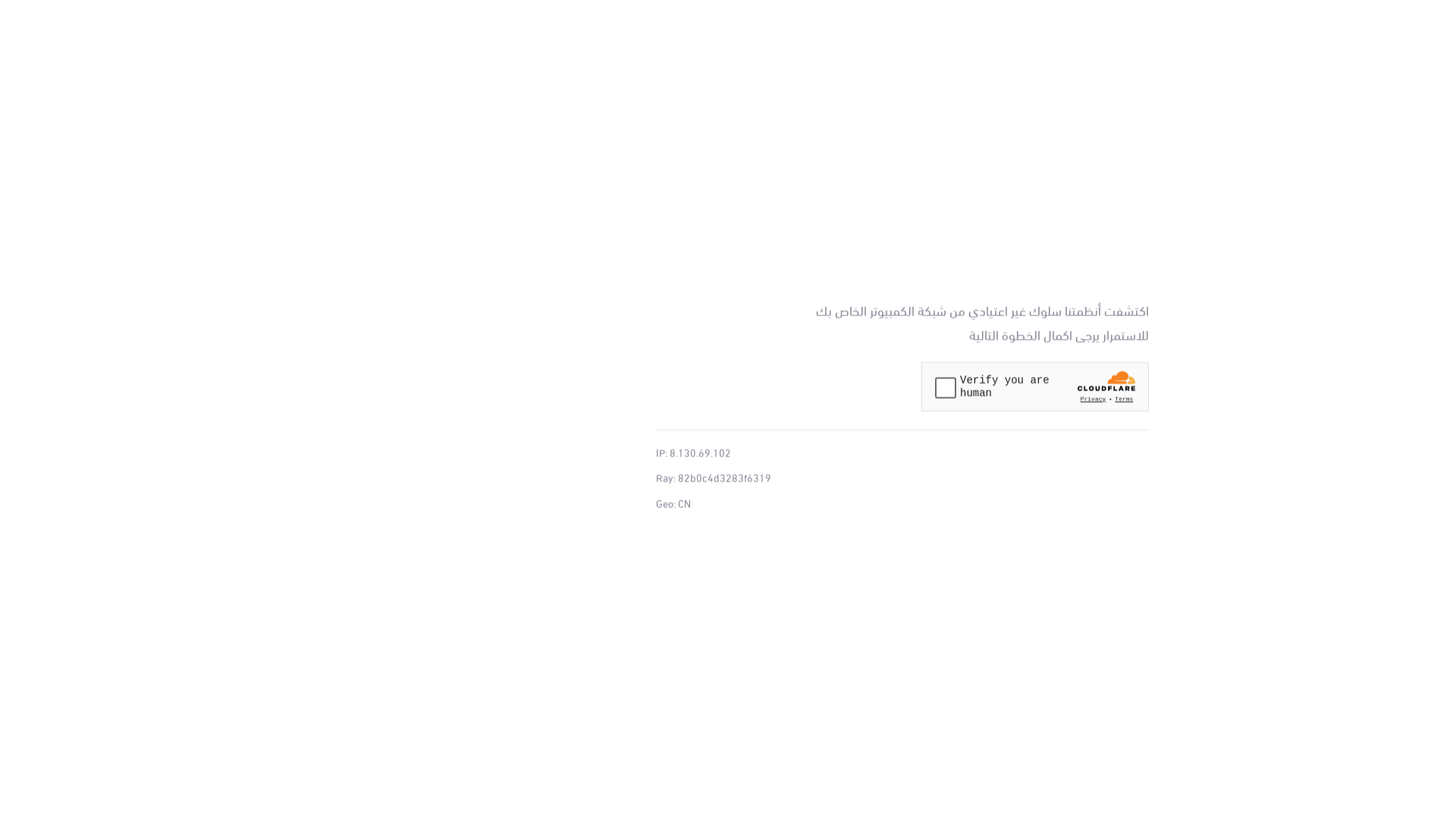 The width and height of the screenshot is (1456, 819). I want to click on 'Widget containing a Cloudflare security challenge', so click(1034, 385).